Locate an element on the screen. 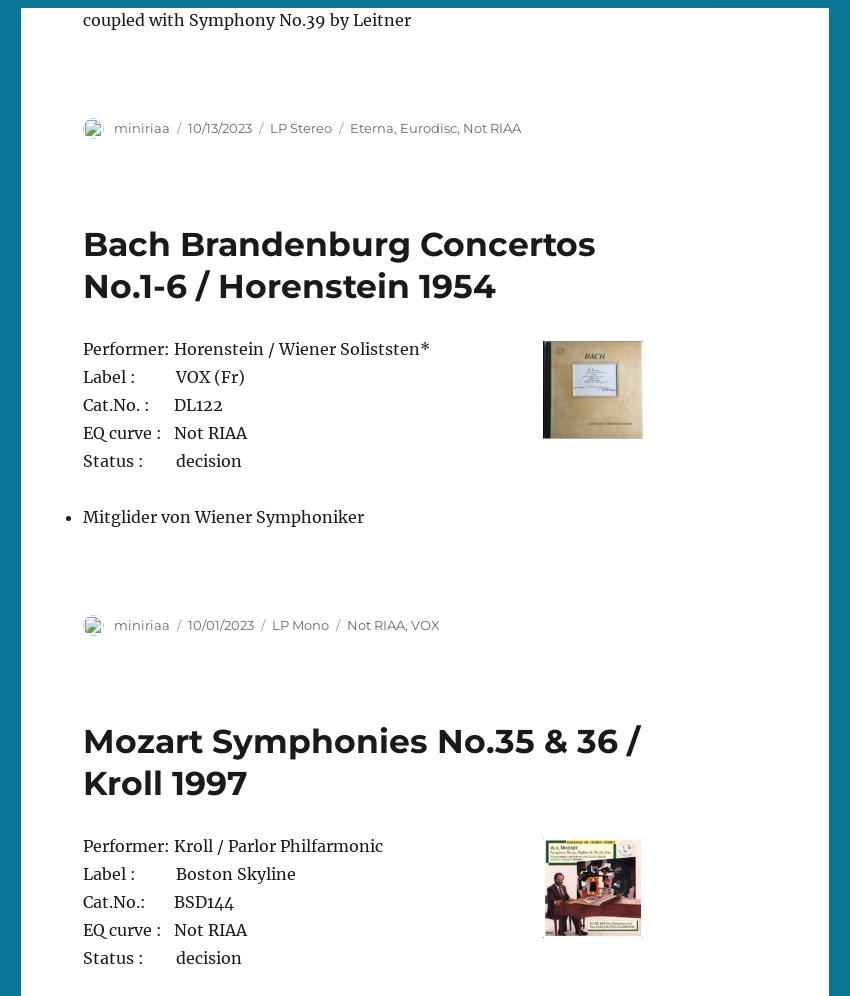 This screenshot has height=996, width=850. 'LP Mono' is located at coordinates (300, 622).